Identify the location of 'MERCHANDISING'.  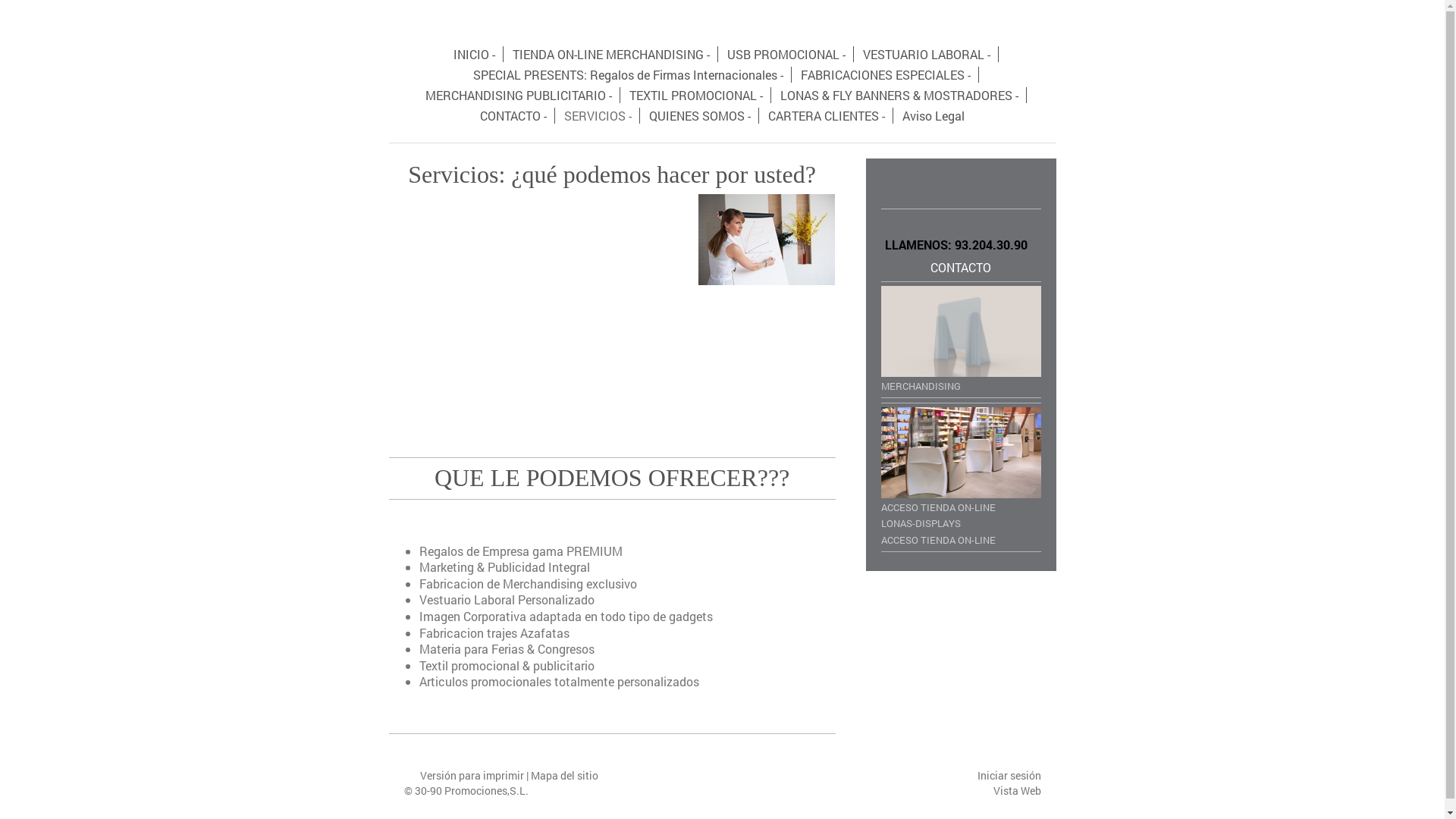
(960, 338).